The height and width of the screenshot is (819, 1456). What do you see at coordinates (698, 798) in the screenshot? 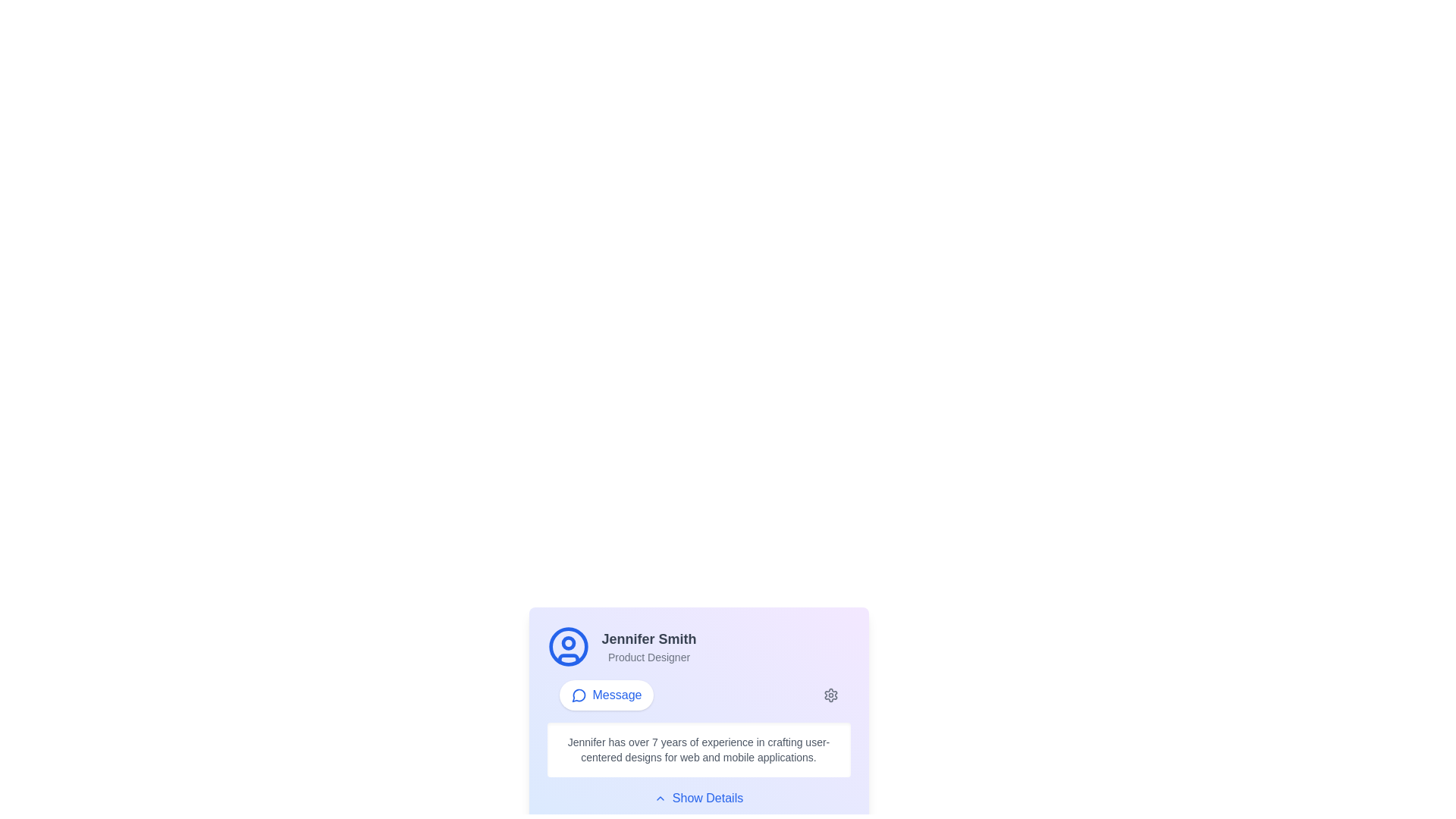
I see `the blue hyperlink styled as underlined text reading 'Show Details' located at the bottom of the interface card layout` at bounding box center [698, 798].